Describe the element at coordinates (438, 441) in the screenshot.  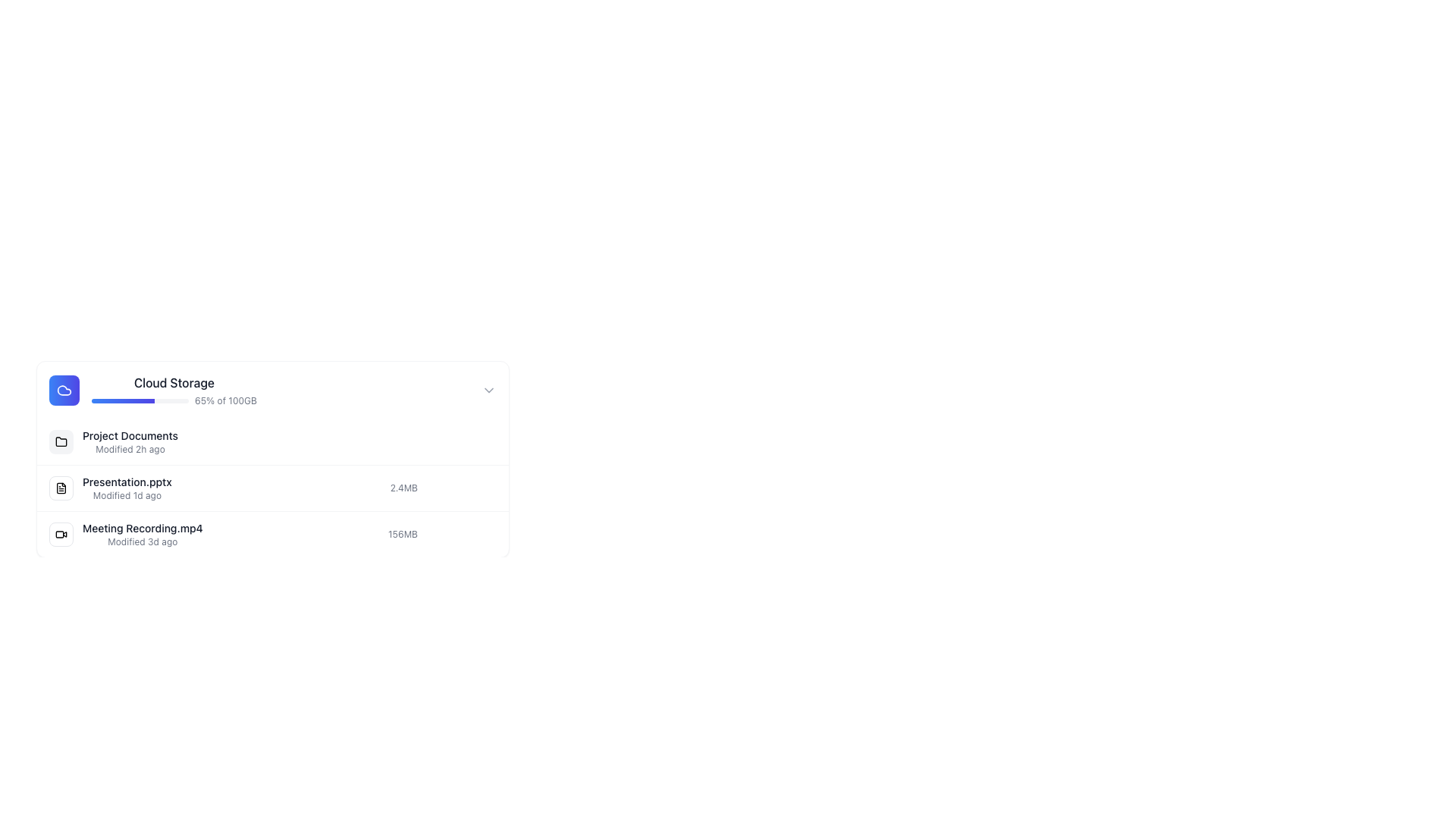
I see `the button resembling a group of users, located to the right of 'Project Documents'` at that location.